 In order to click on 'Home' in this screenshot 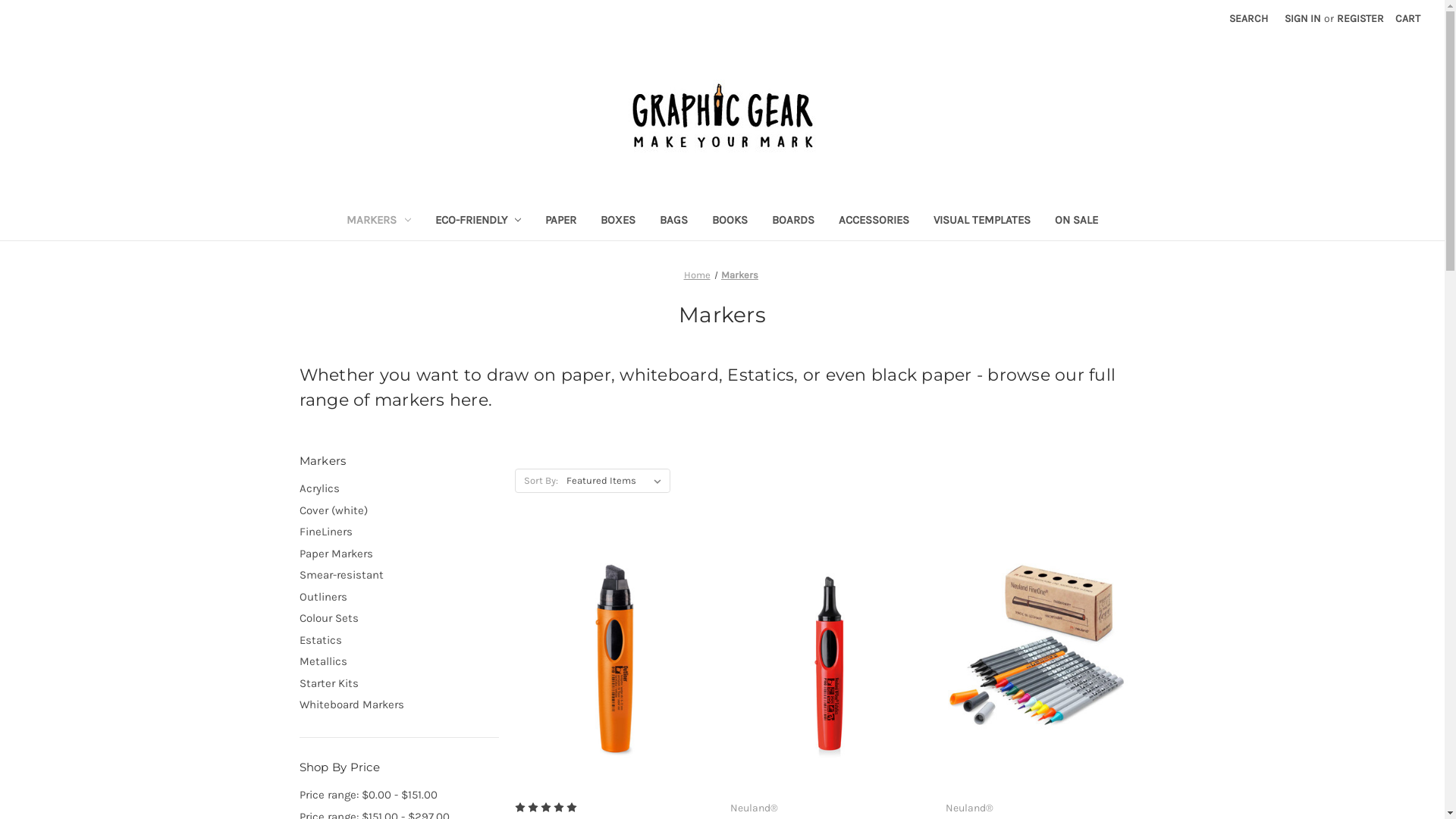, I will do `click(696, 275)`.